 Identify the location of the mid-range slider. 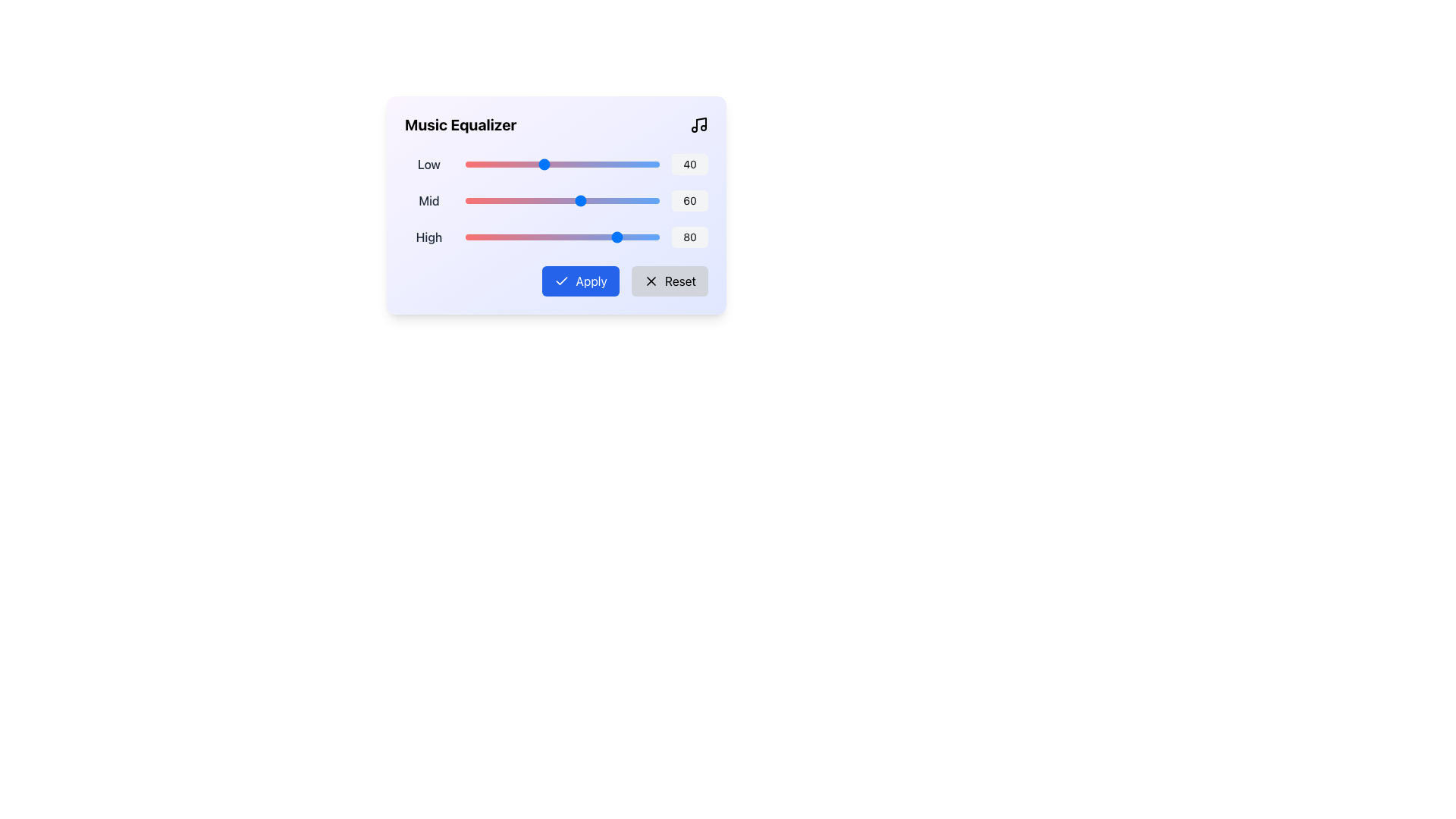
(566, 200).